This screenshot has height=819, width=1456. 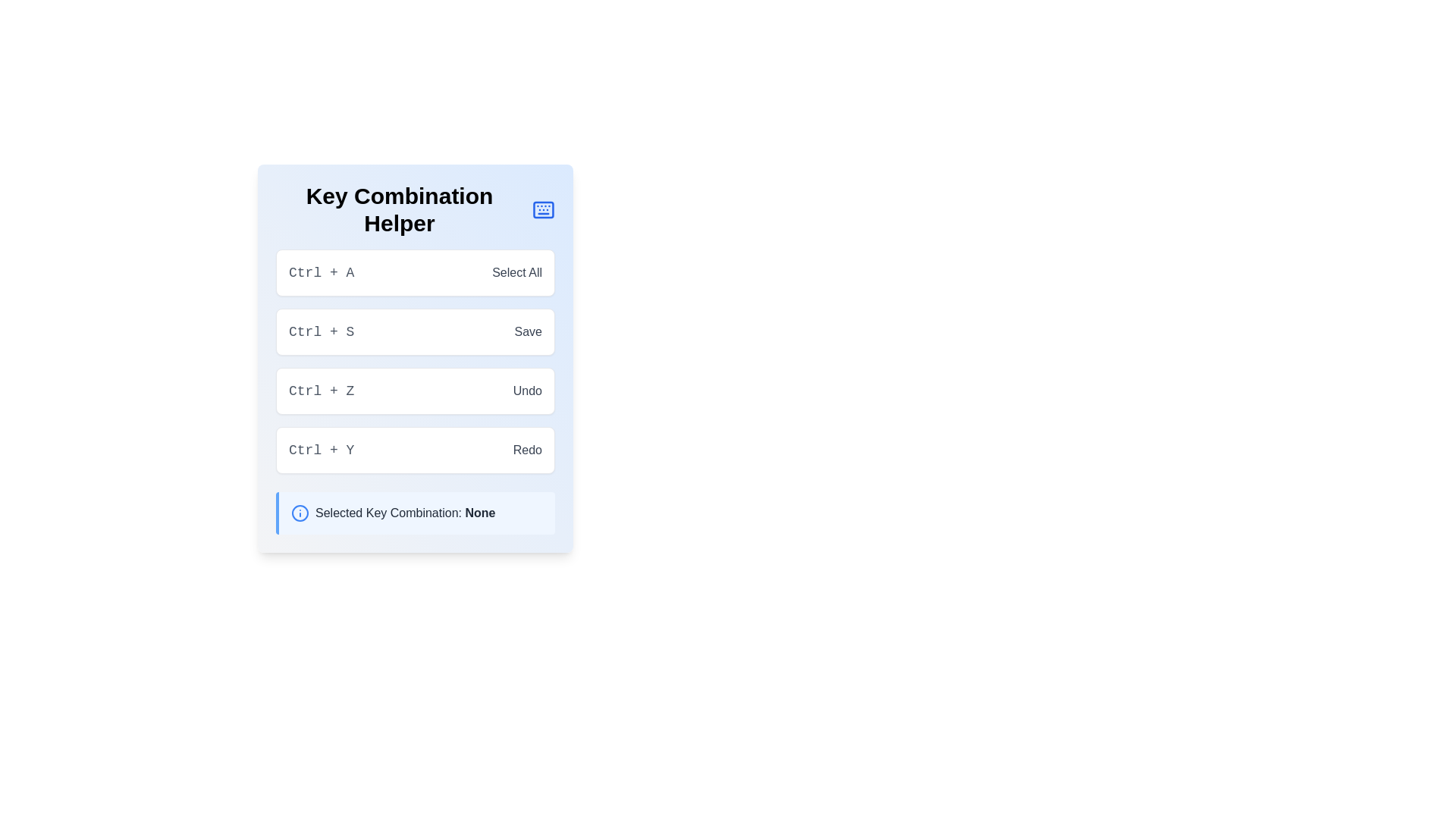 What do you see at coordinates (543, 210) in the screenshot?
I see `the keyboard icon located in the top-right corner of the 'Key Combination Helper' section, which serves as a visual representation for keyboard settings` at bounding box center [543, 210].